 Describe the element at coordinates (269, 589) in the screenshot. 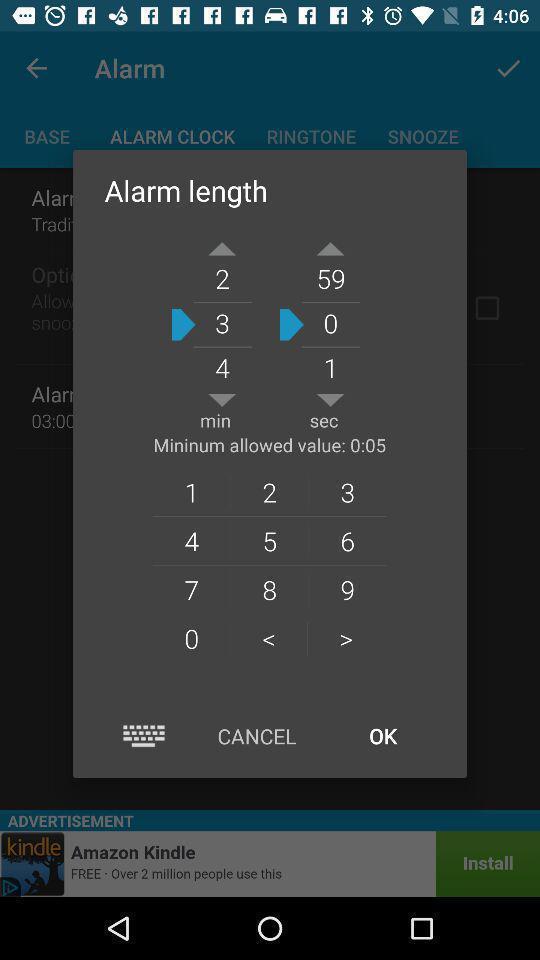

I see `item to the right of the 4` at that location.